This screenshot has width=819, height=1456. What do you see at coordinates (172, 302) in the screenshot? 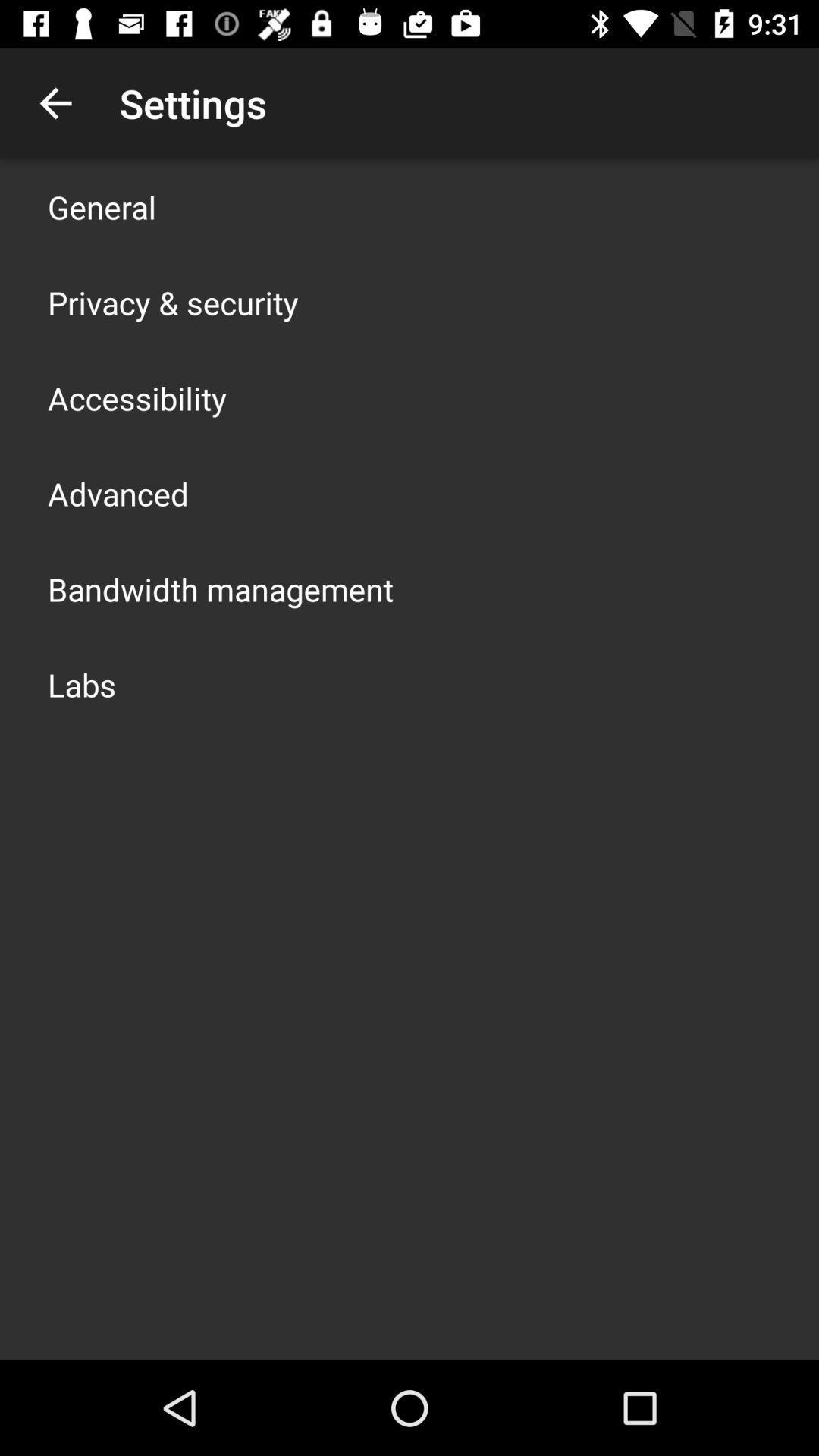
I see `privacy & security icon` at bounding box center [172, 302].